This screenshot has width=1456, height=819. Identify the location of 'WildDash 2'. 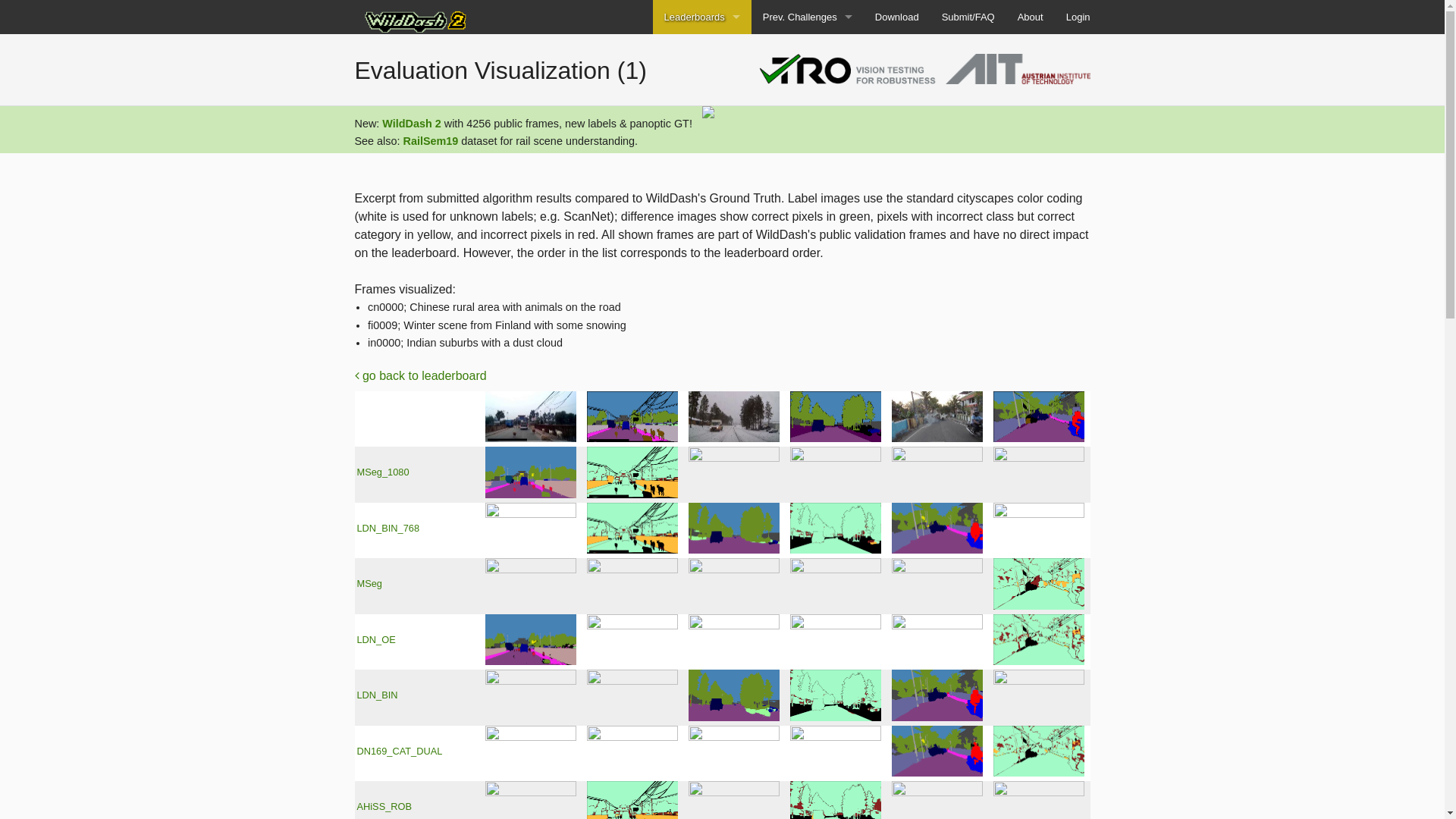
(411, 122).